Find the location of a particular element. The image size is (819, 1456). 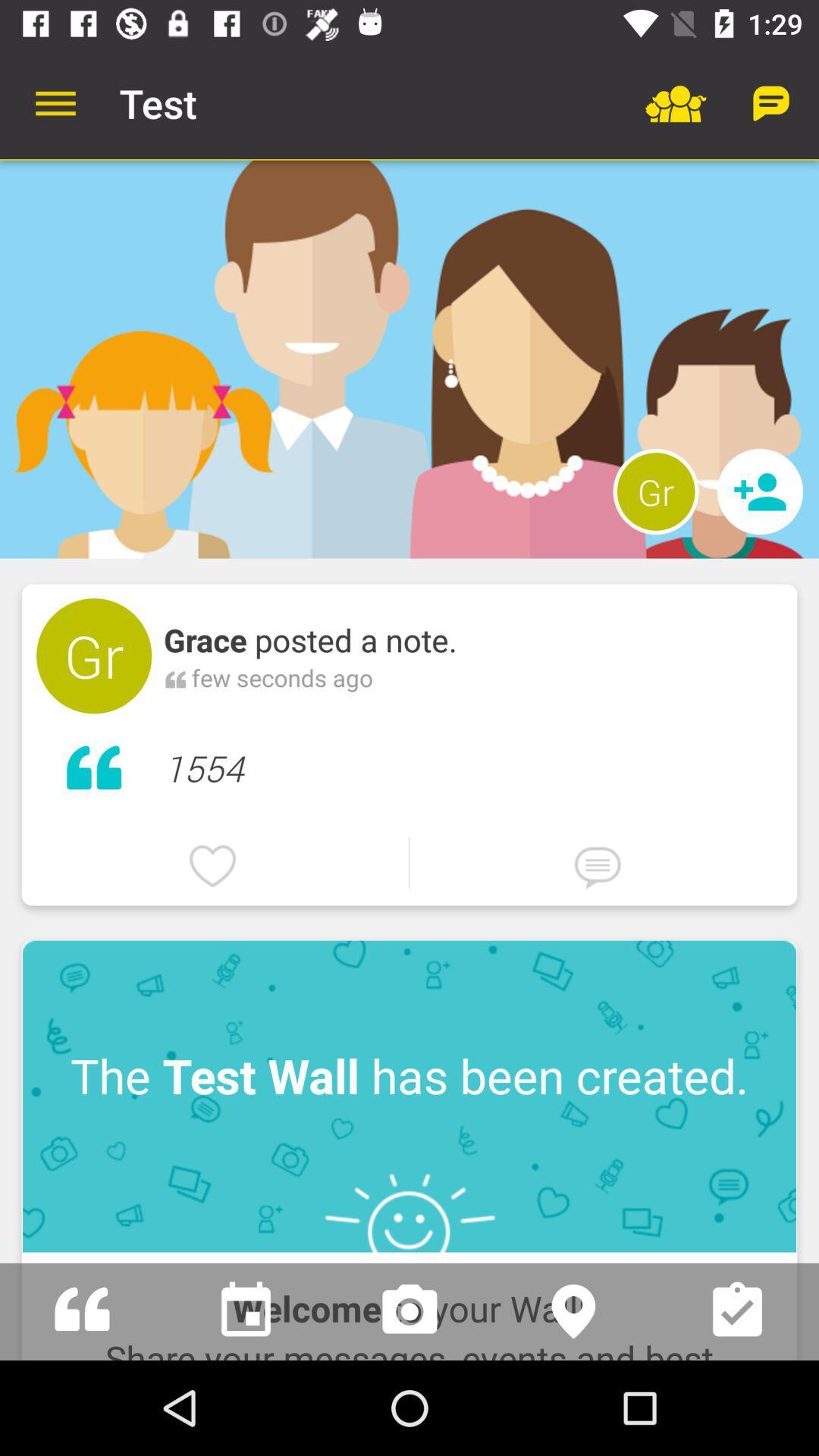

the the test wall item is located at coordinates (409, 1096).